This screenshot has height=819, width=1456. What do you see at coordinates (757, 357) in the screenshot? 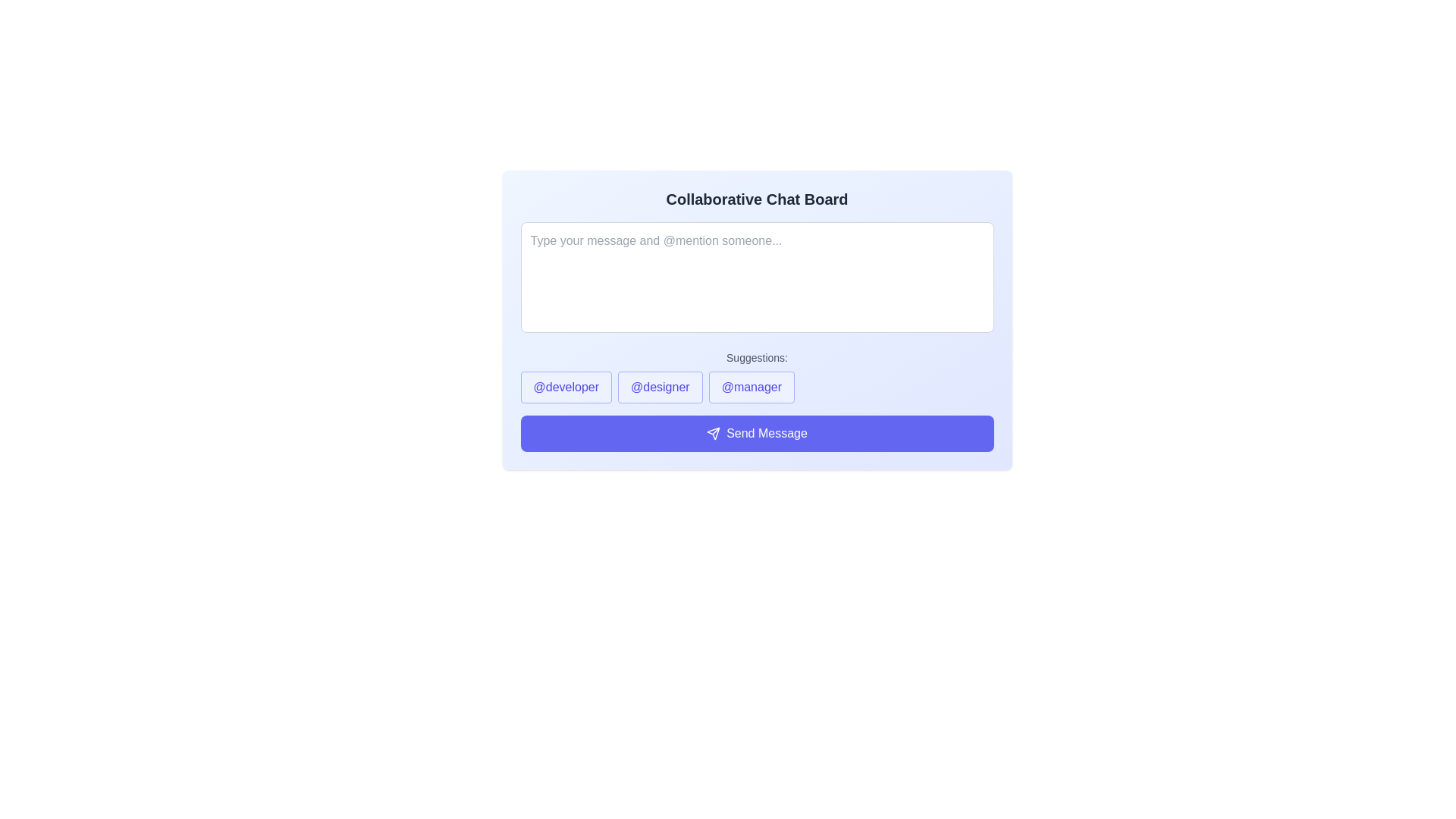
I see `the static text label located below the large text input area and above the interactive buttons '@developer', '@designer', and '@manager'. This label indicates the purpose of the options displayed below it` at bounding box center [757, 357].